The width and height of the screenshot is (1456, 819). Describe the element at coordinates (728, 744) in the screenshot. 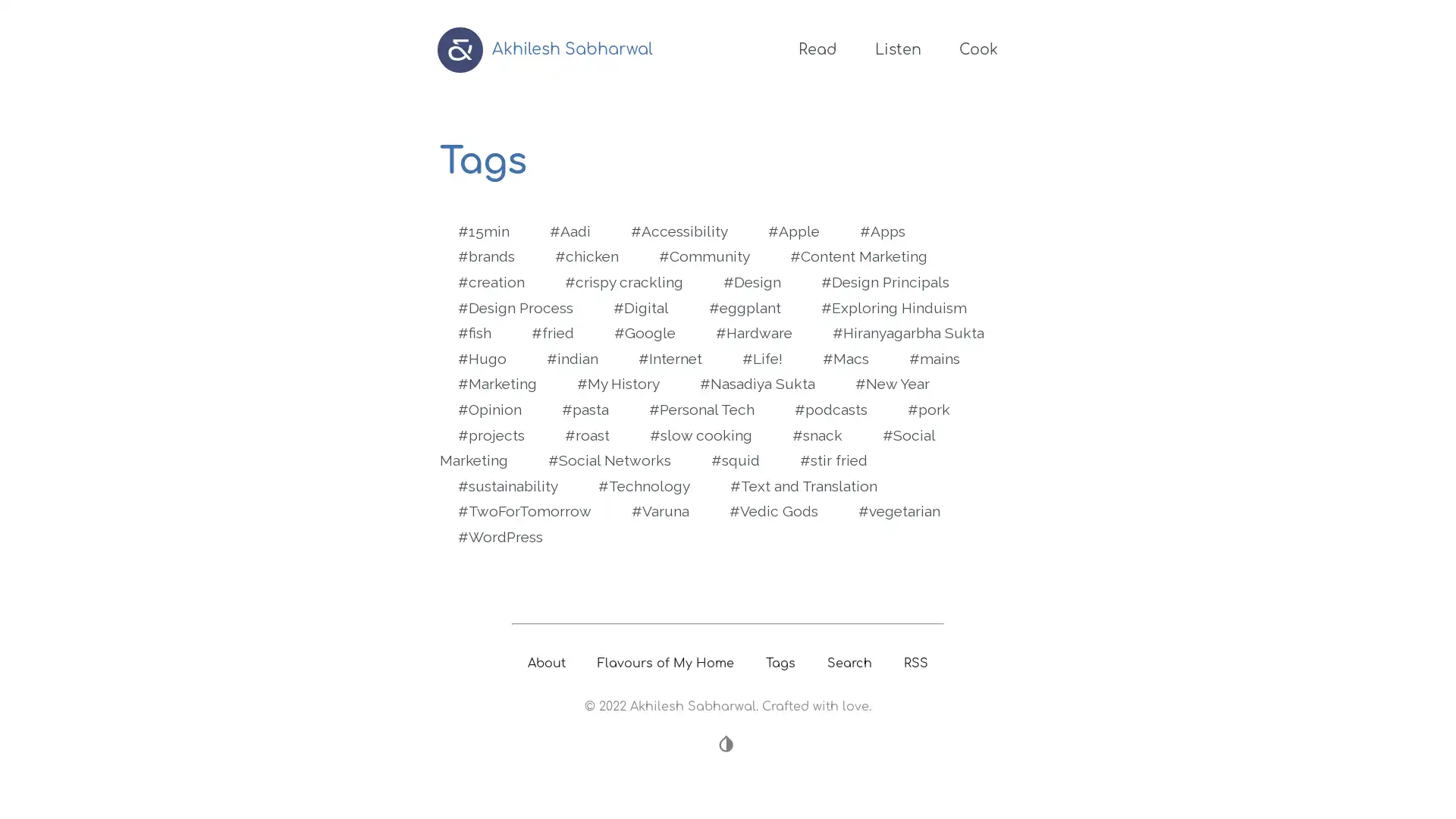

I see `Dark mode` at that location.